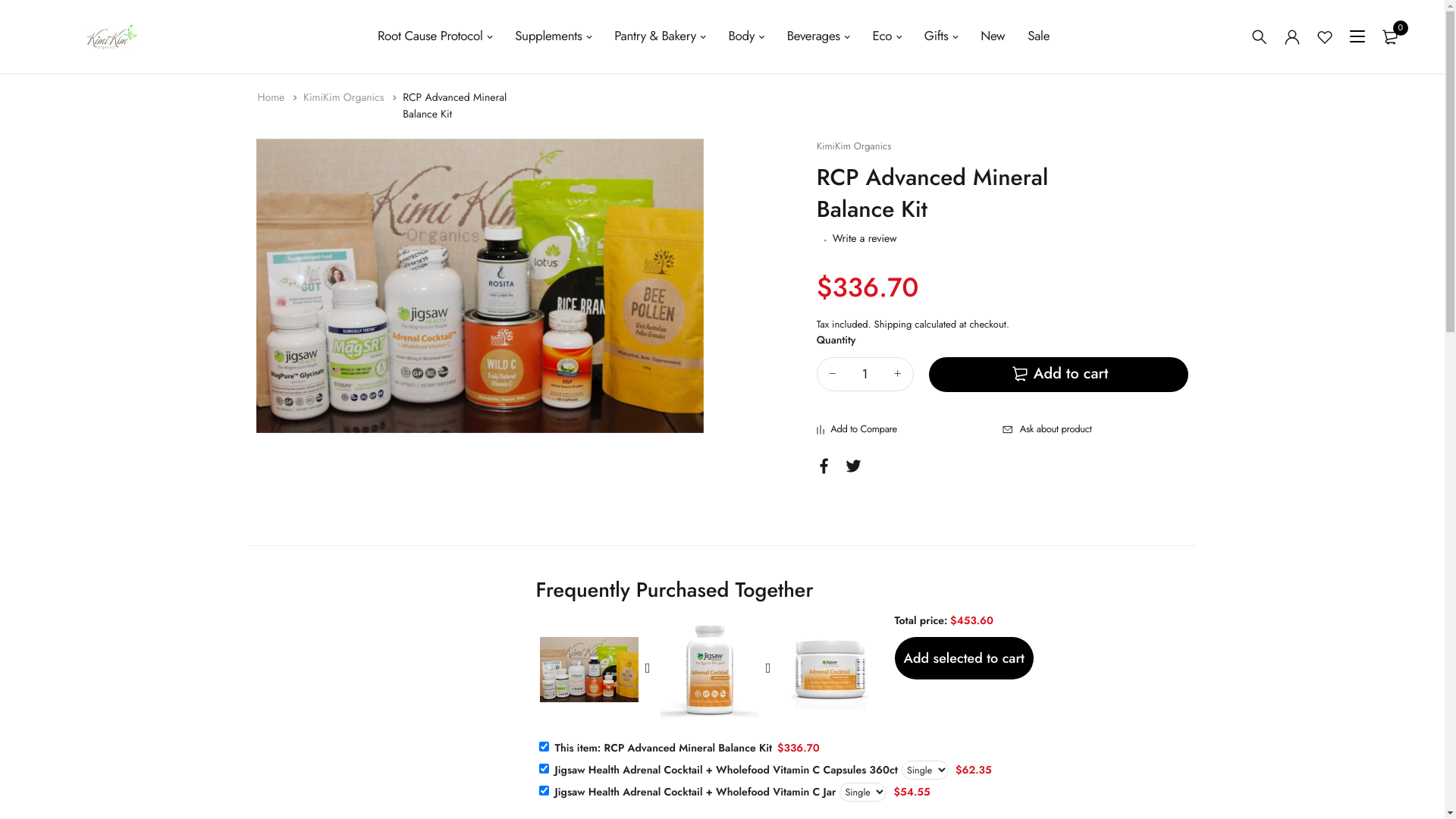  Describe the element at coordinates (1058, 374) in the screenshot. I see `'Add to cart'` at that location.